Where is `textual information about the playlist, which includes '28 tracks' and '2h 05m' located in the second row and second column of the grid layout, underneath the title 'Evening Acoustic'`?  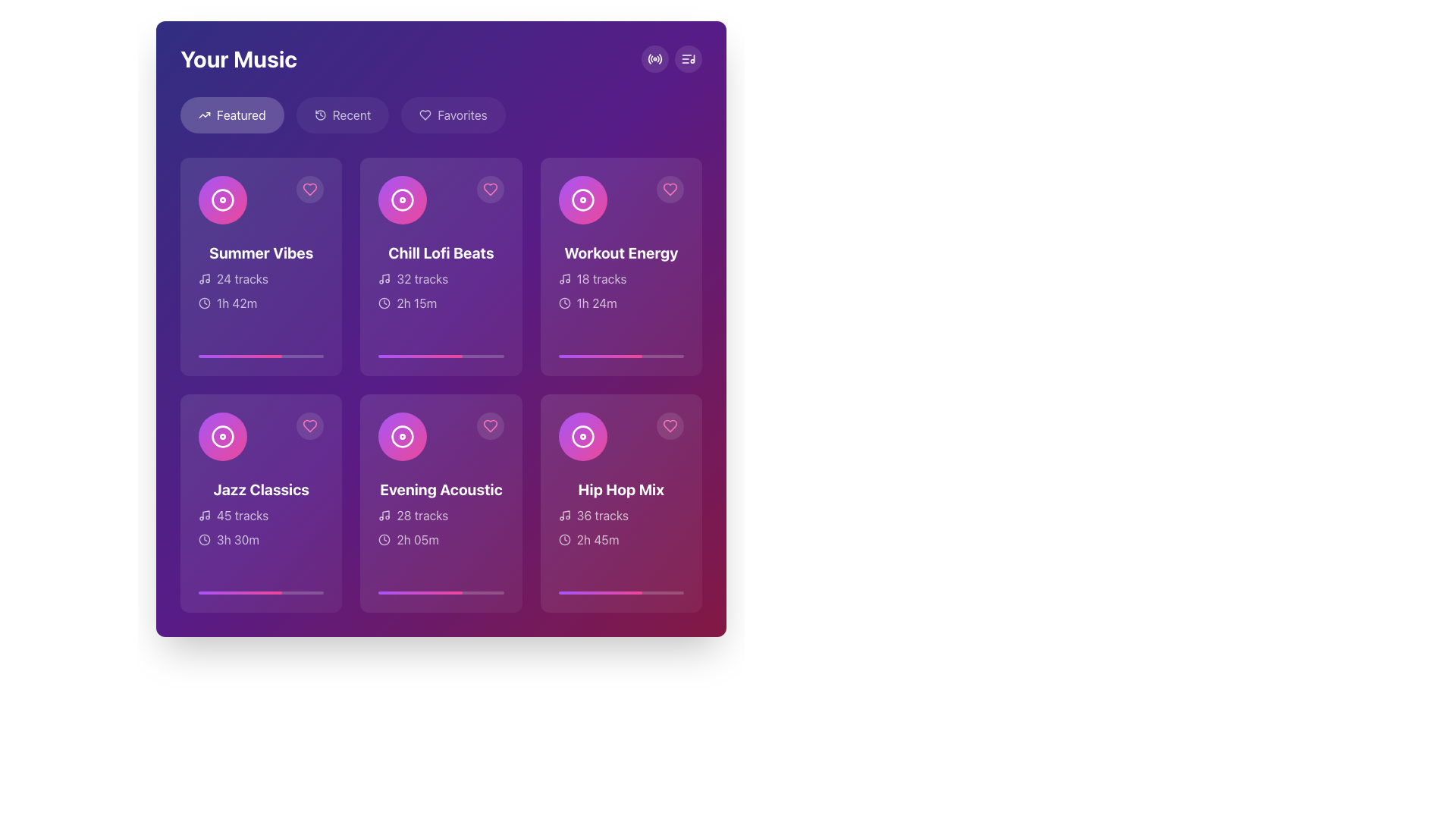
textual information about the playlist, which includes '28 tracks' and '2h 05m' located in the second row and second column of the grid layout, underneath the title 'Evening Acoustic' is located at coordinates (440, 526).